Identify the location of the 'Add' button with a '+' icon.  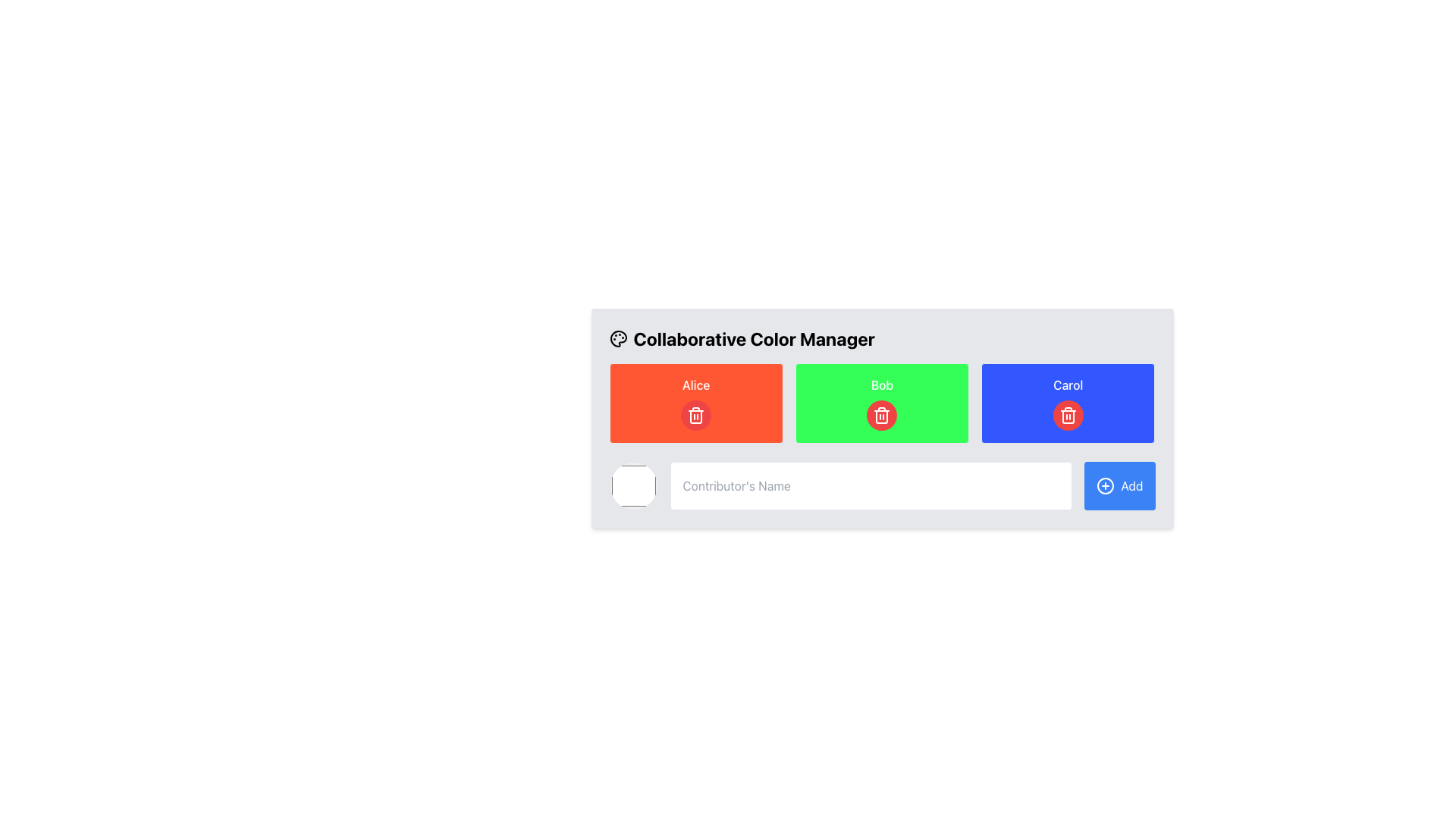
(1120, 485).